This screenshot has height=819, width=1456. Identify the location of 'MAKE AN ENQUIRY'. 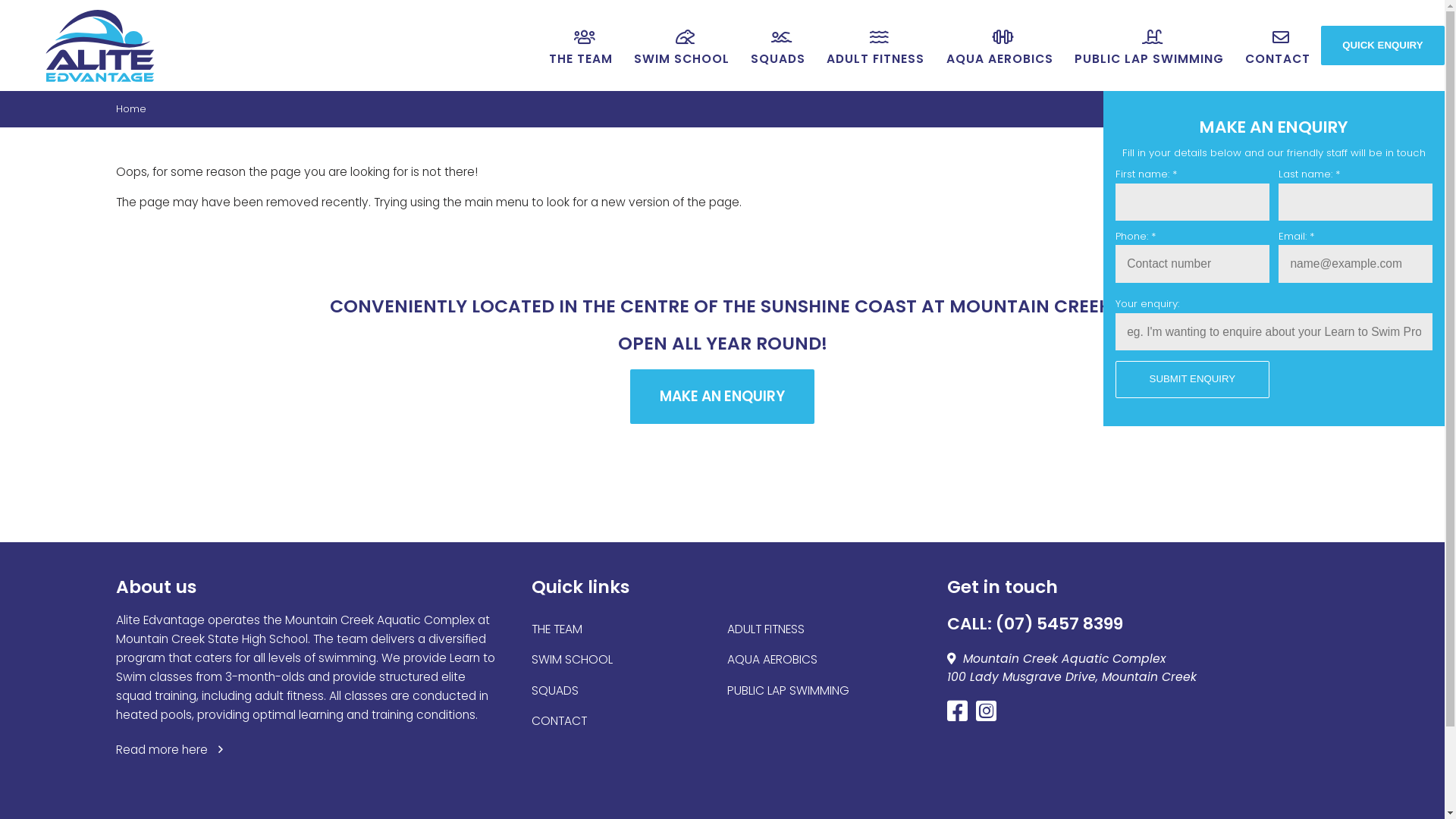
(722, 395).